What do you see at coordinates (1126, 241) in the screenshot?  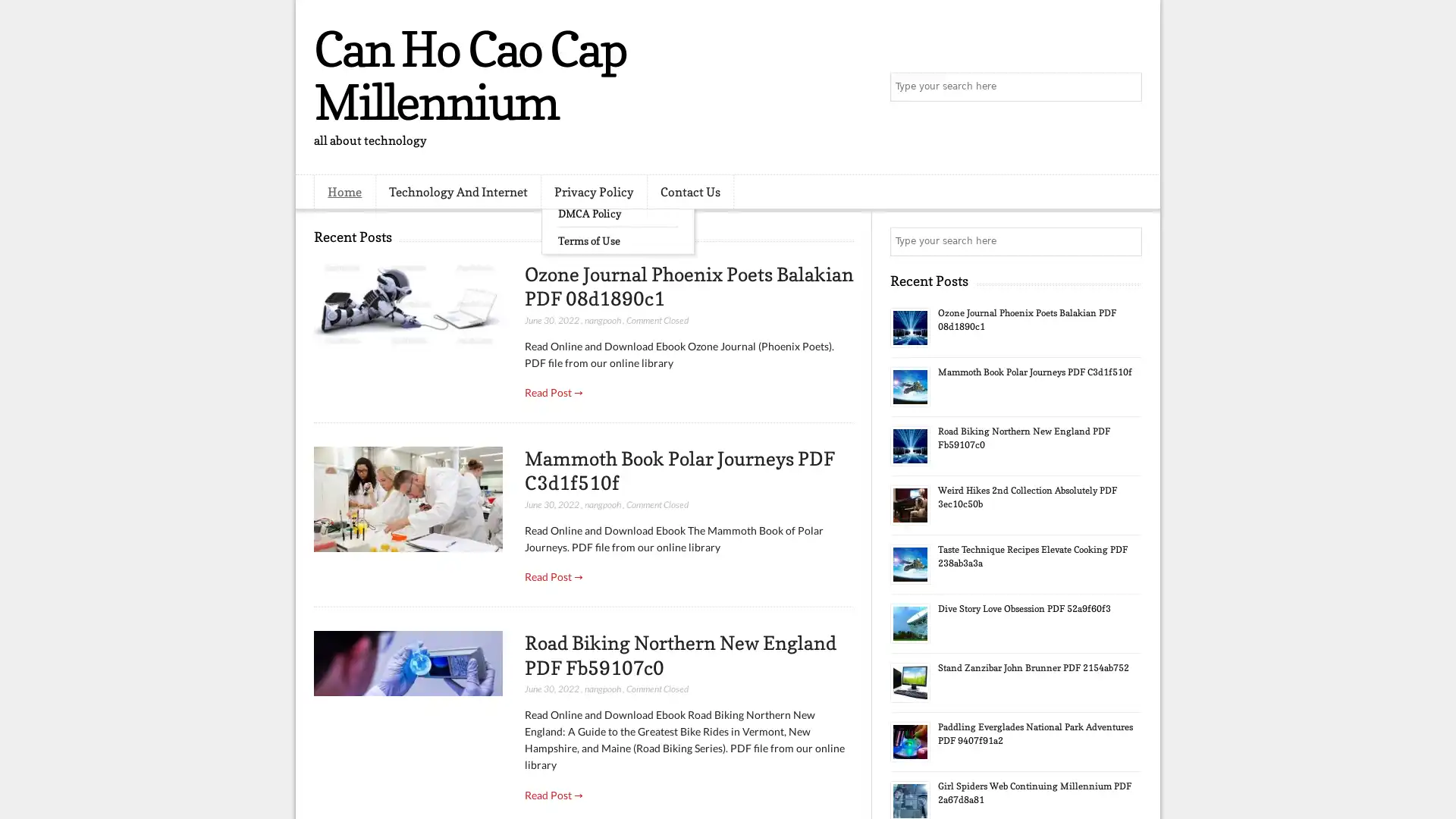 I see `Search` at bounding box center [1126, 241].